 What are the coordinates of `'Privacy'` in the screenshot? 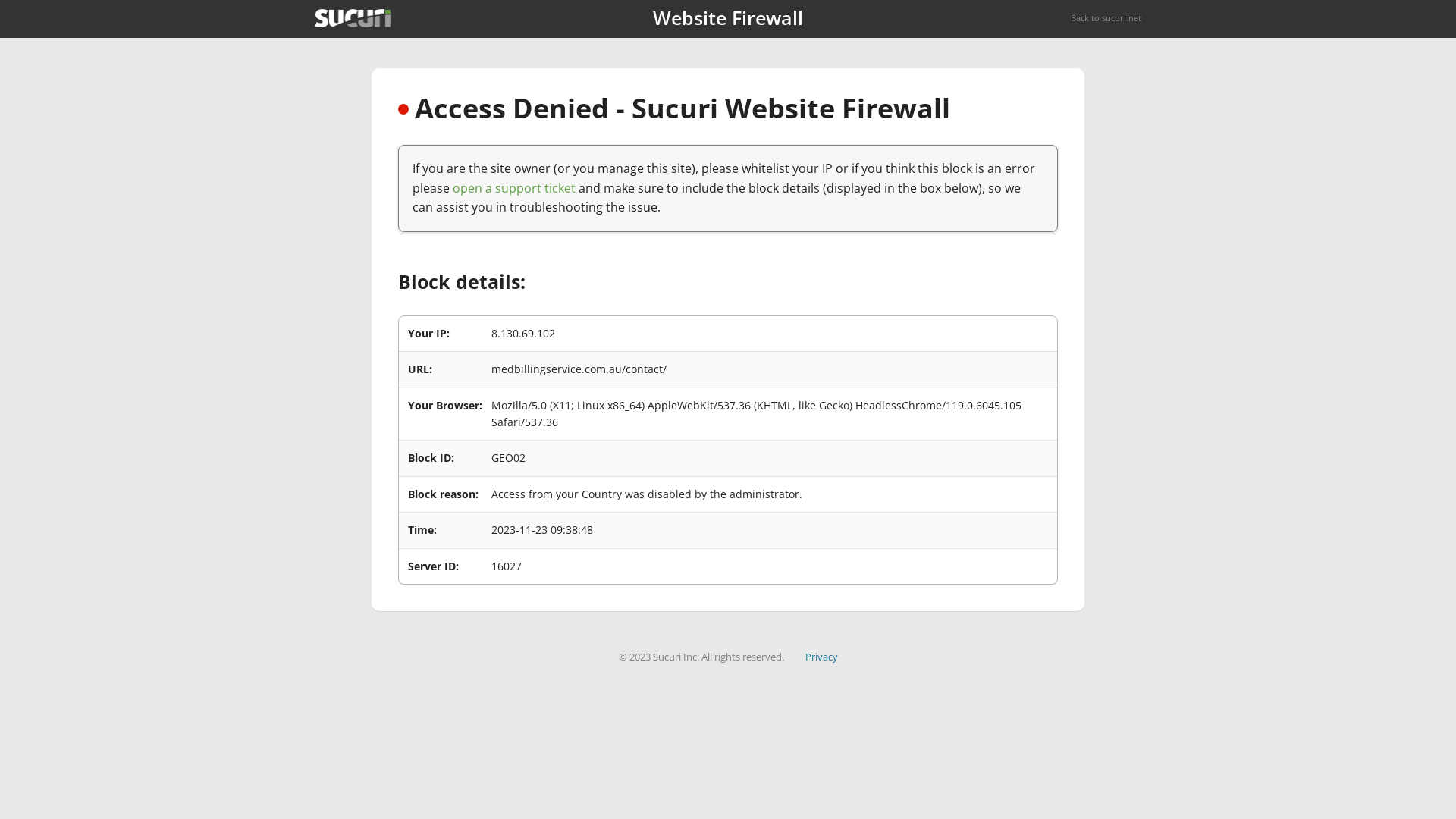 It's located at (821, 656).